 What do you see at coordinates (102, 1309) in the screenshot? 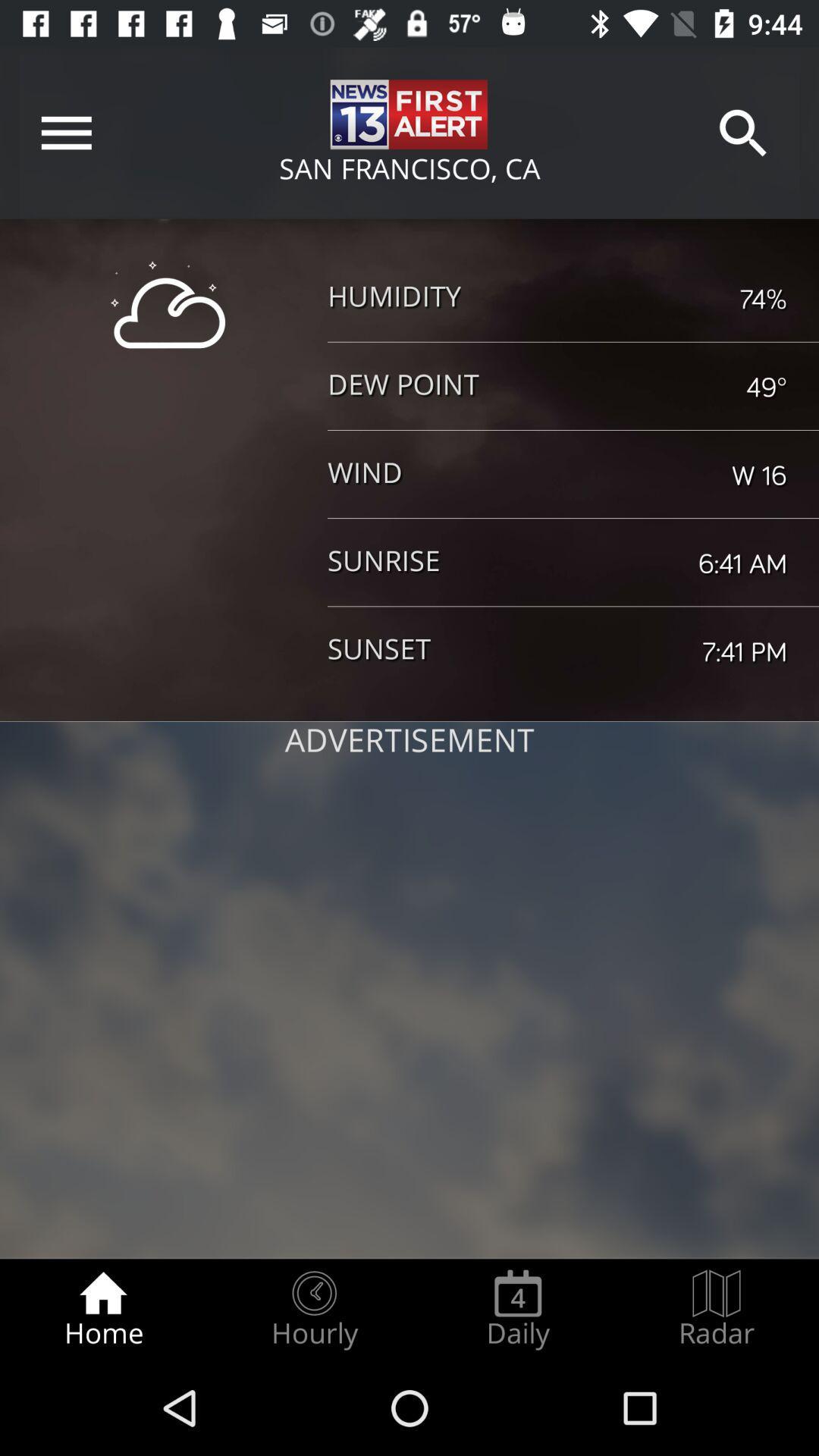
I see `the icon to the left of the hourly` at bounding box center [102, 1309].